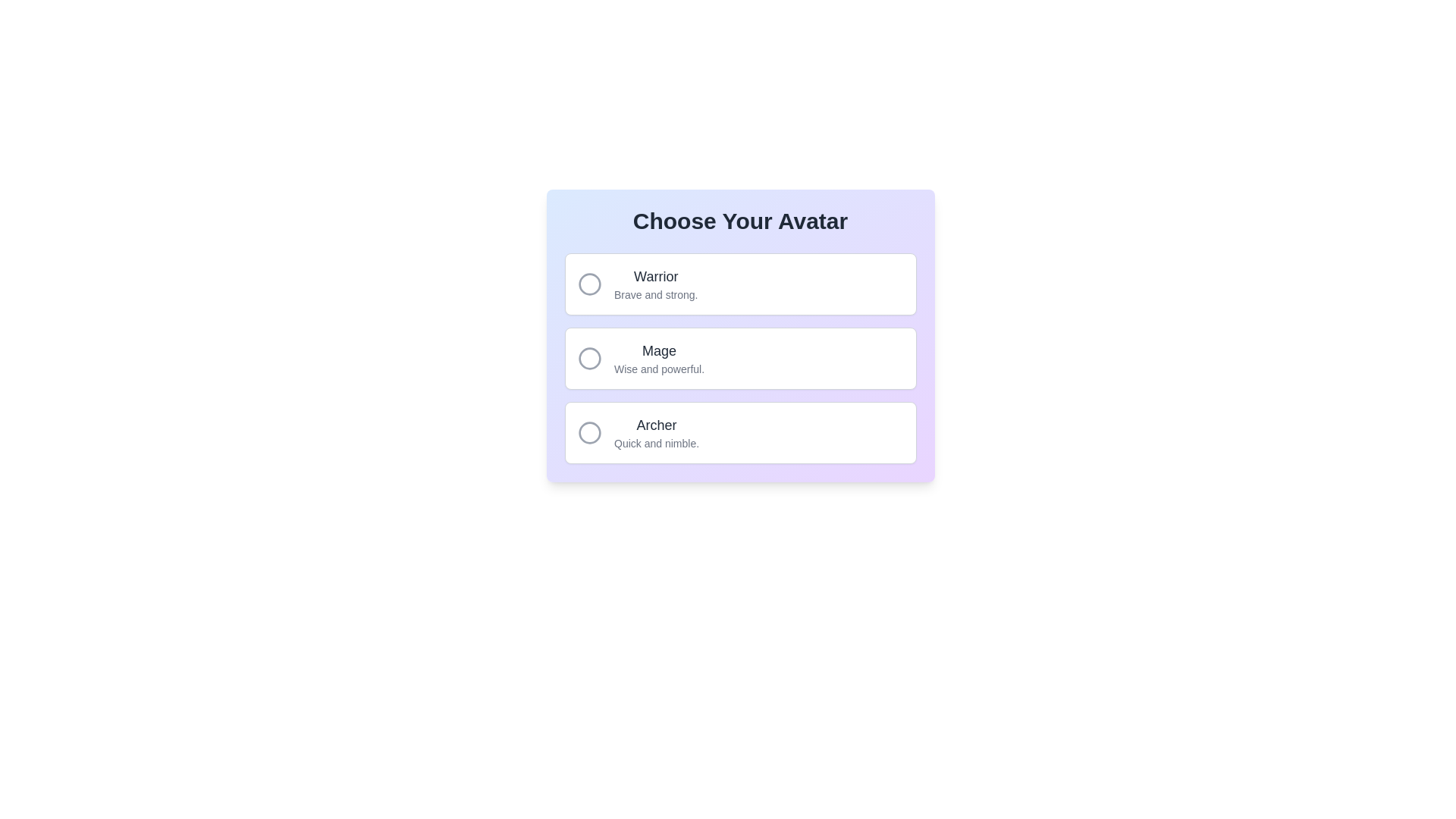  I want to click on the Decorative Icon, which is a circular shape with a gray outline positioned next to the 'Warrior' label, so click(588, 284).